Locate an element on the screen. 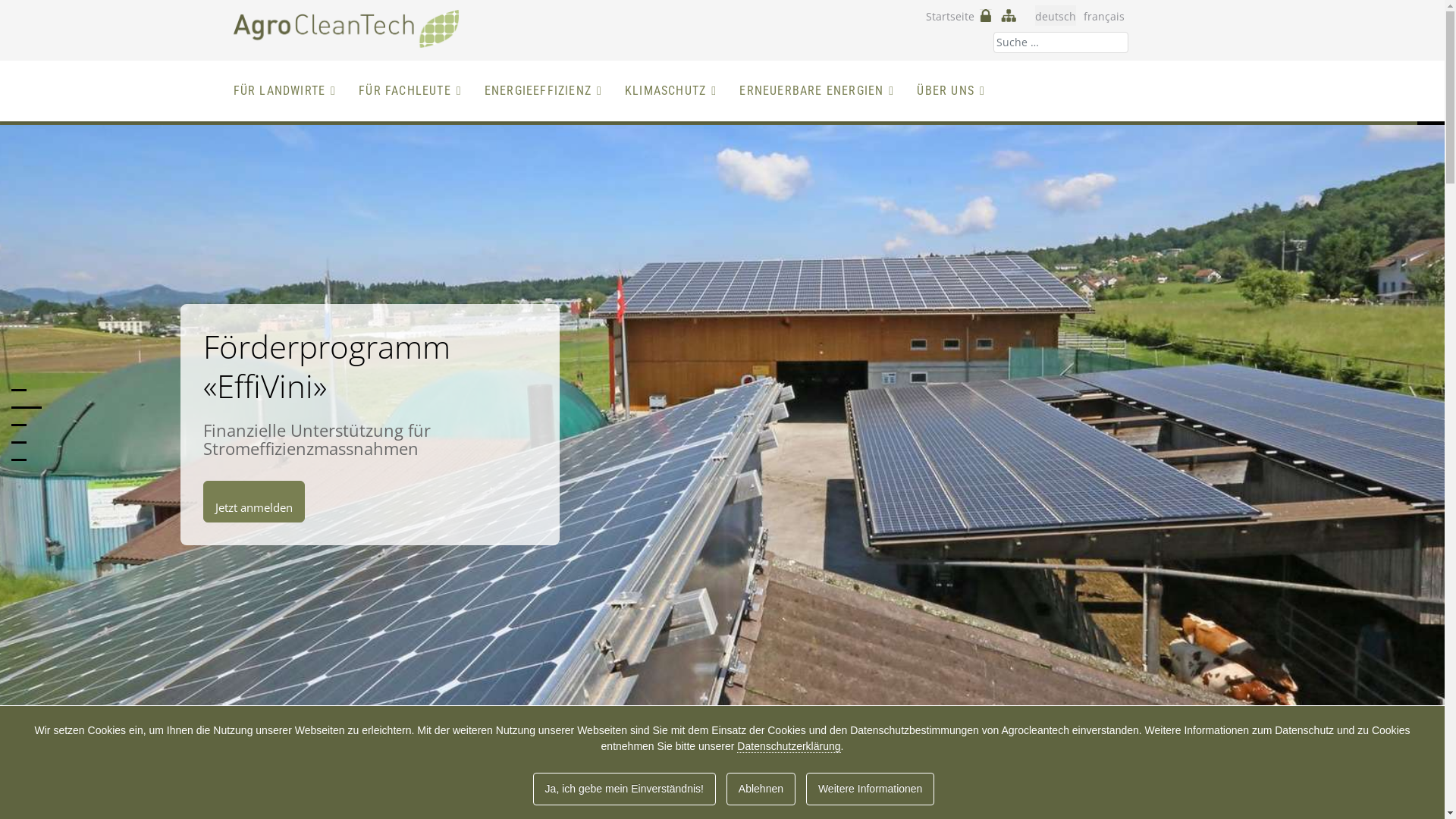 The height and width of the screenshot is (819, 1456). 'deutsch' is located at coordinates (1054, 16).